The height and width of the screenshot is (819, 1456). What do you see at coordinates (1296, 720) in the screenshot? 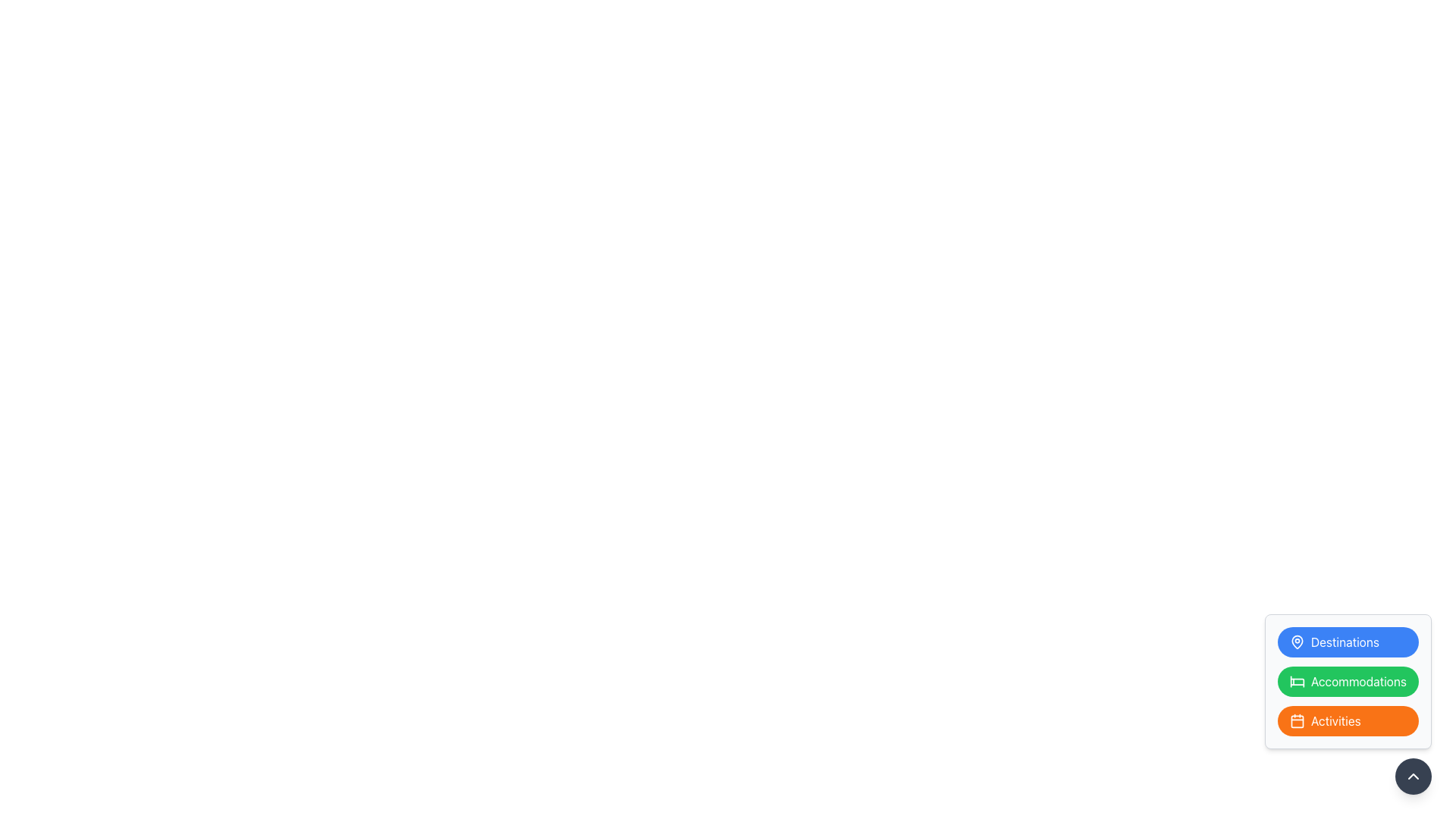
I see `the bright orange SVG Rectangle labeled 'Activities' located at the bottom right corner of the interface` at bounding box center [1296, 720].